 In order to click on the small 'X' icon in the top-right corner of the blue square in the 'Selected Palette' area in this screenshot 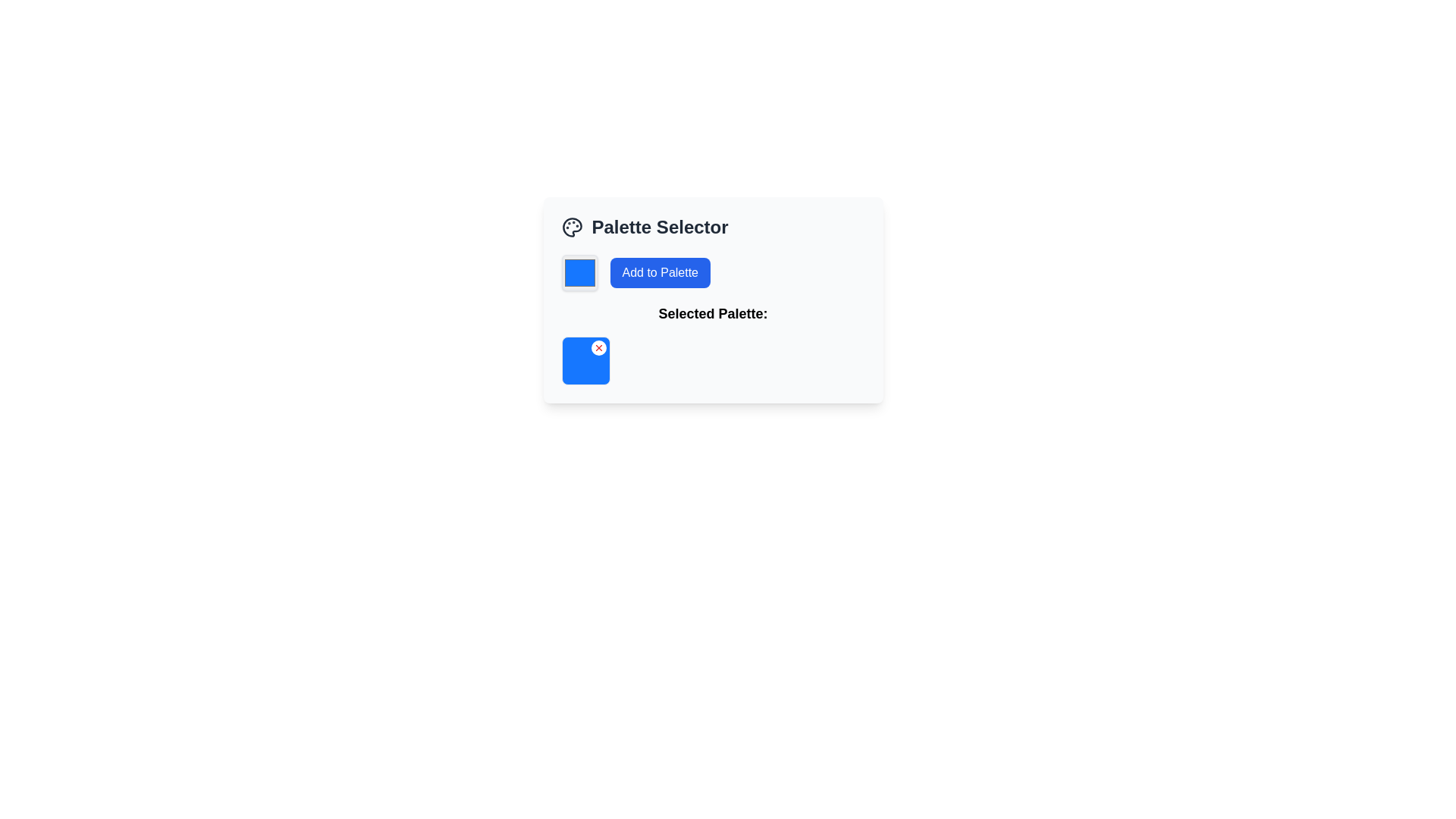, I will do `click(598, 348)`.